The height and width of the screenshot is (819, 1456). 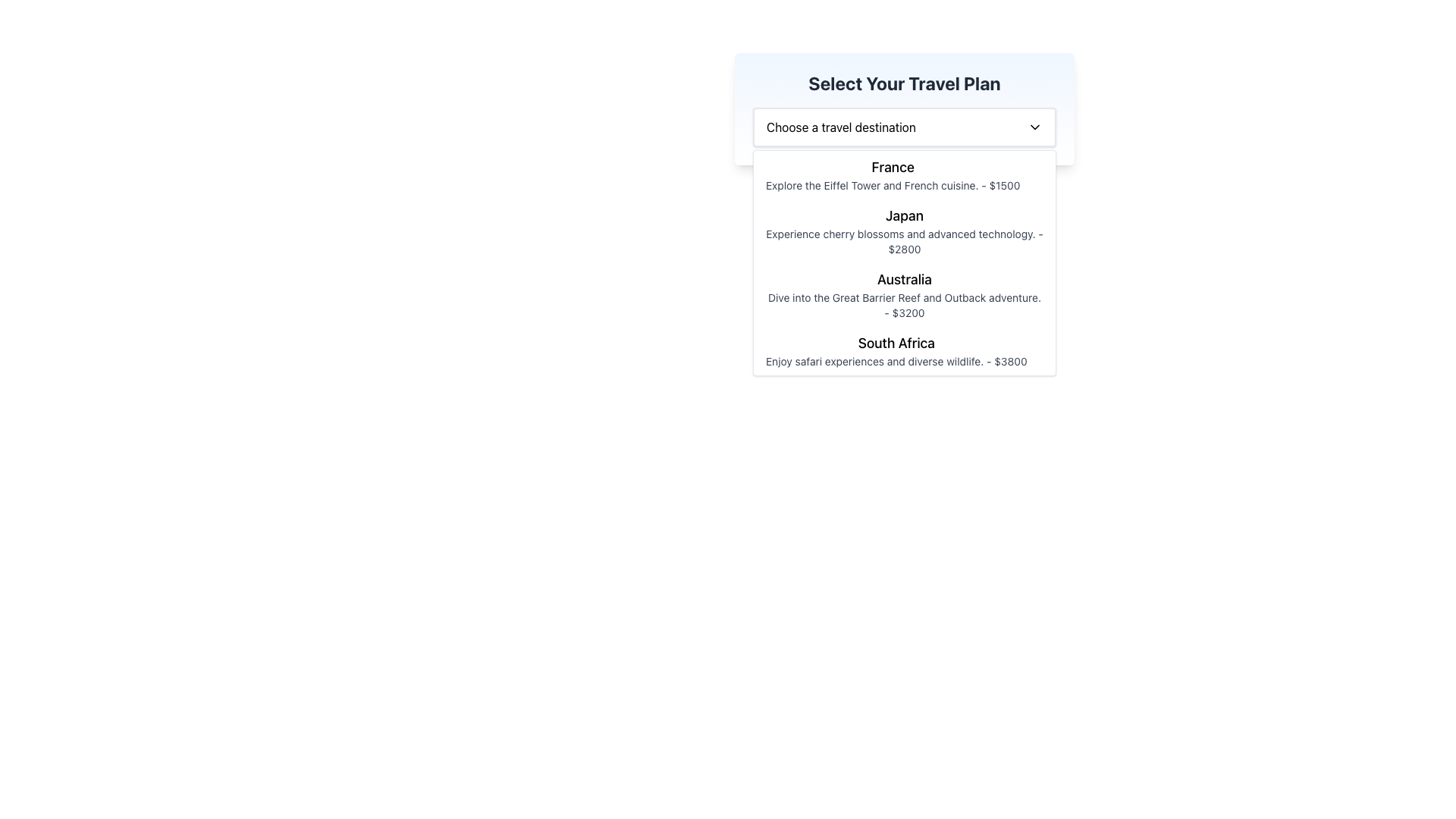 I want to click on the dropdown menu of the travel plan selector, so click(x=905, y=108).